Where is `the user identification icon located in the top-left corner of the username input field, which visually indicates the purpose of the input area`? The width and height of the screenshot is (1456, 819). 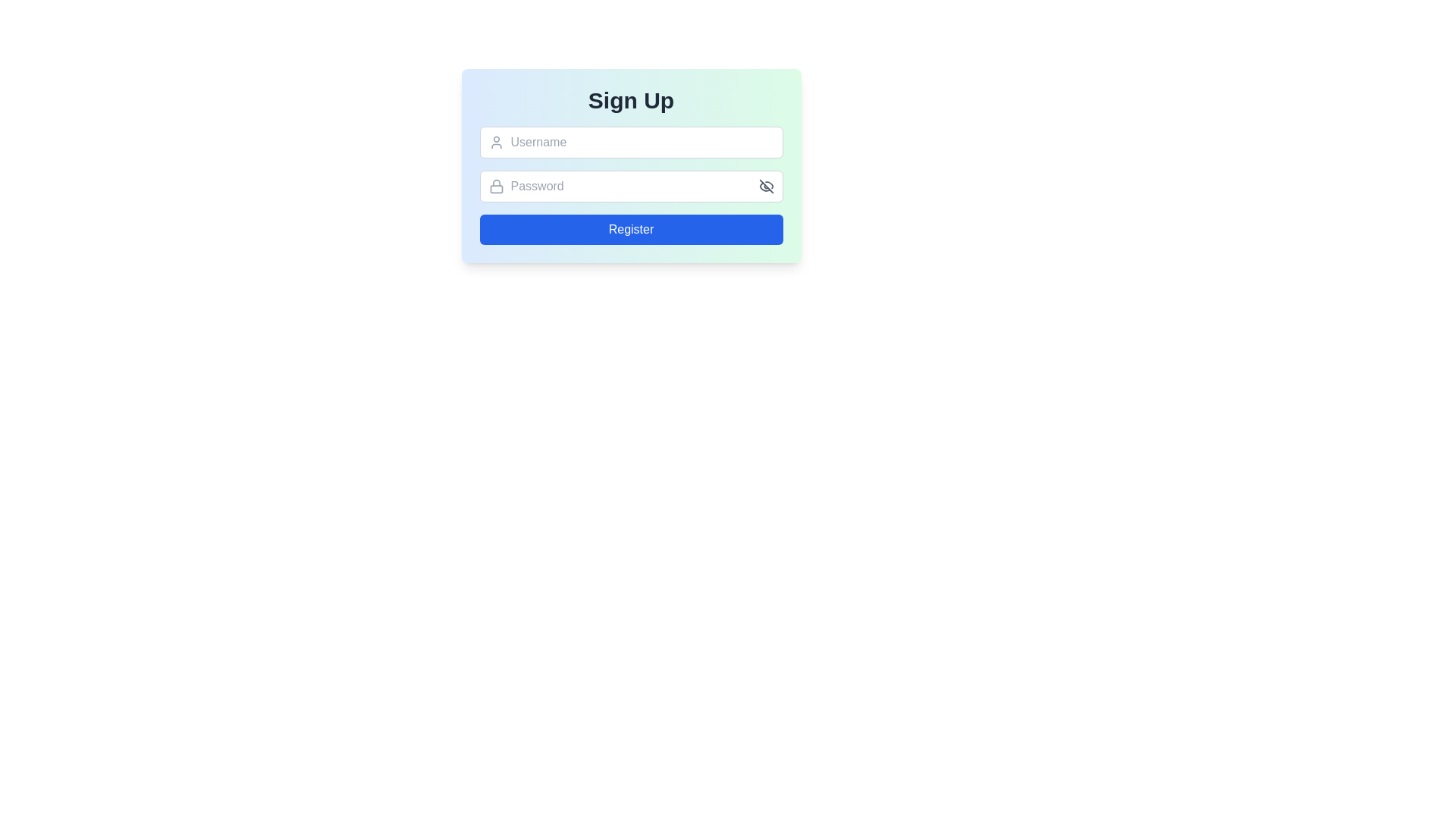
the user identification icon located in the top-left corner of the username input field, which visually indicates the purpose of the input area is located at coordinates (496, 143).